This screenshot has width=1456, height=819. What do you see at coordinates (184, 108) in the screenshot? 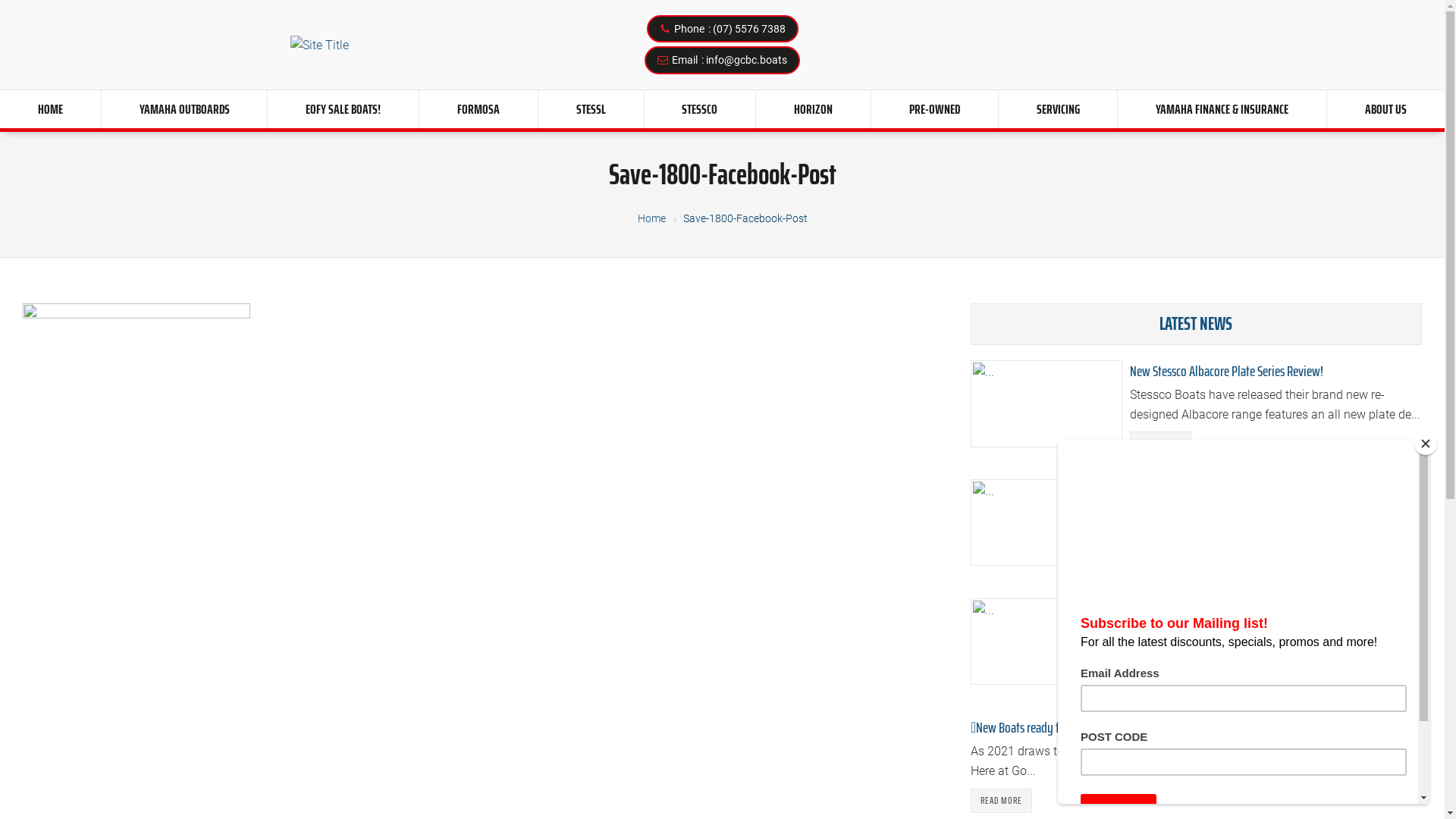
I see `'YAMAHA OUTBOARDS'` at bounding box center [184, 108].